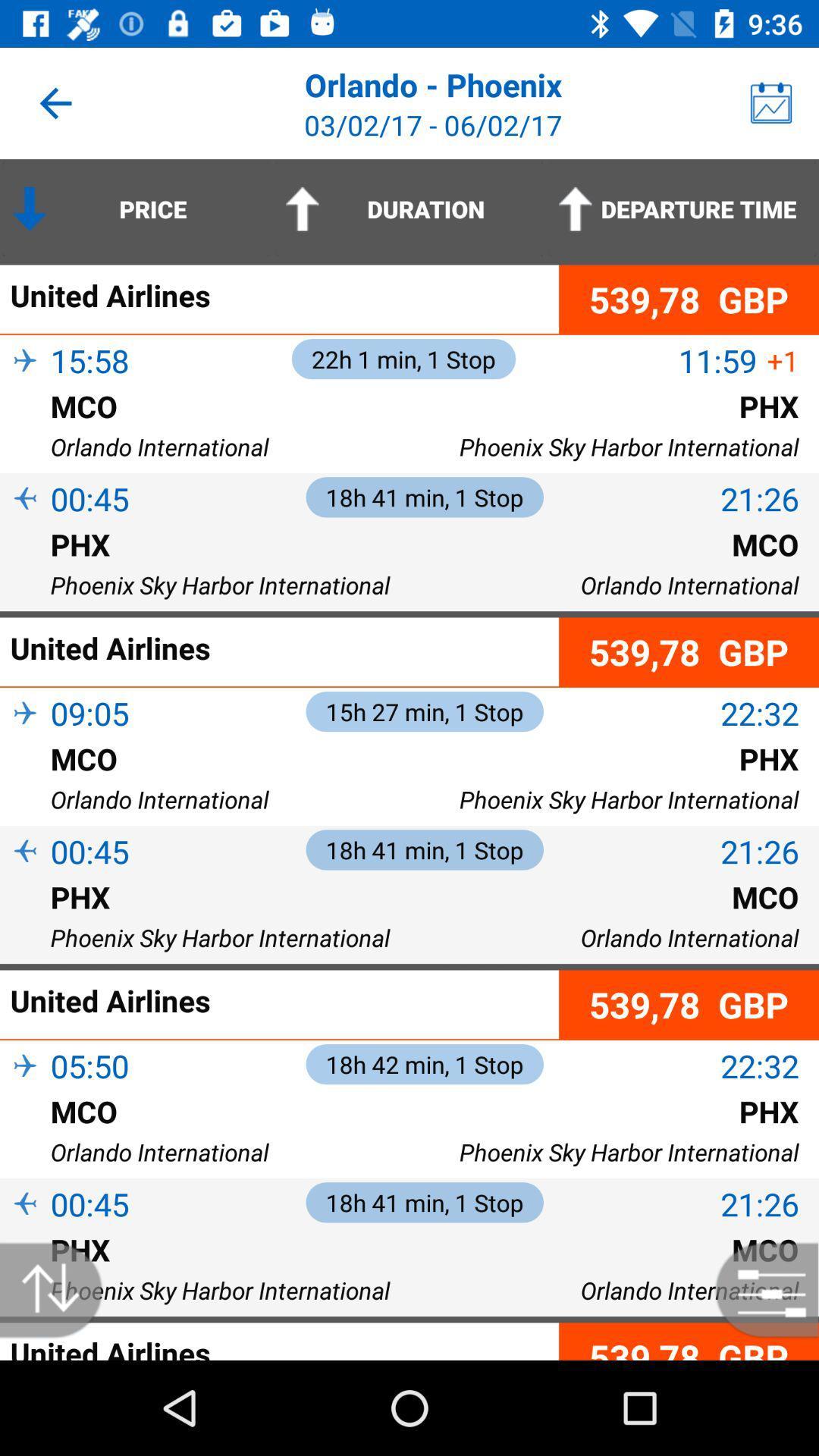 Image resolution: width=819 pixels, height=1456 pixels. I want to click on reorder from high to low, so click(58, 1289).